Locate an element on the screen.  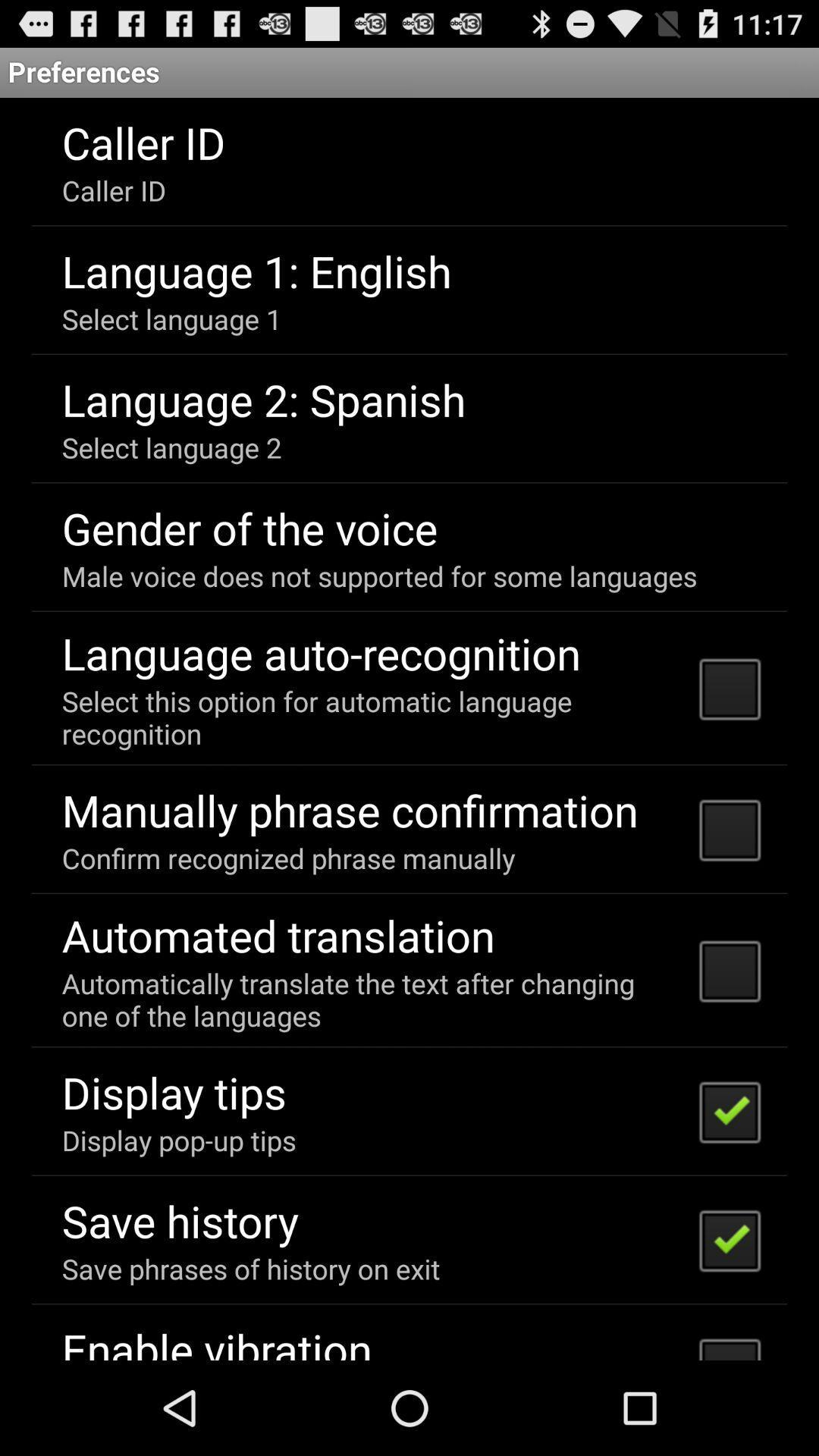
icon below preferences item is located at coordinates (409, 729).